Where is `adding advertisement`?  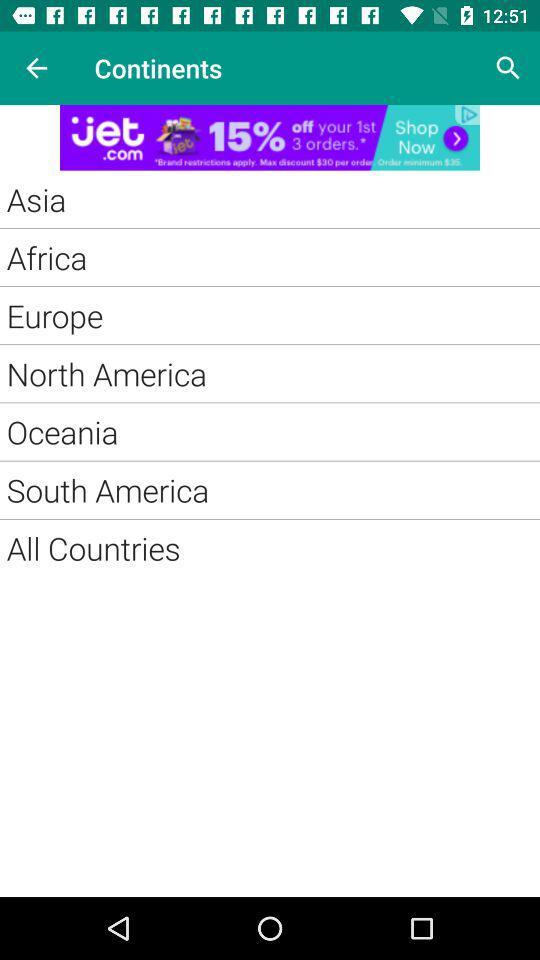 adding advertisement is located at coordinates (270, 136).